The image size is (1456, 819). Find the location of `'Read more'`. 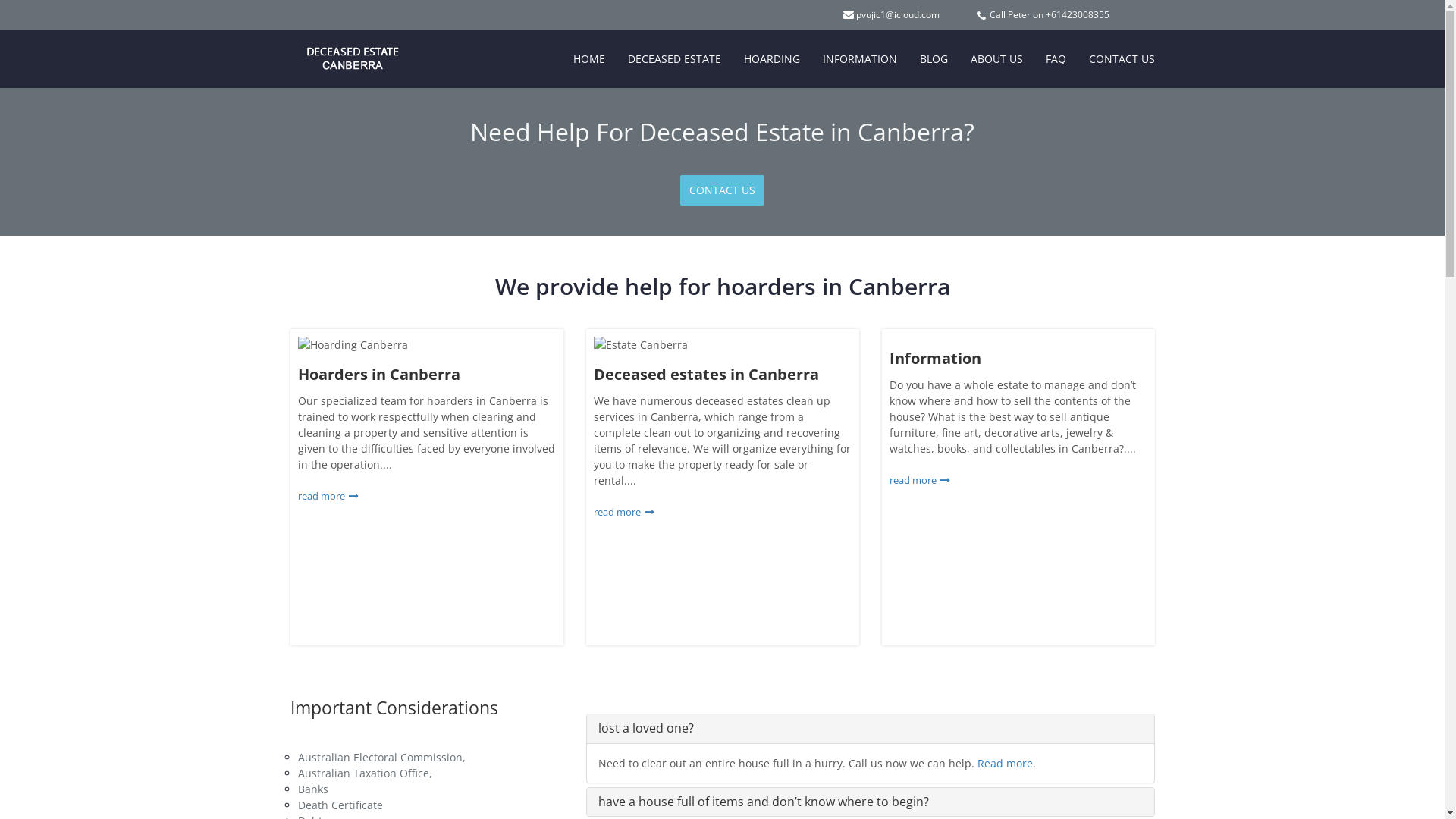

'Read more' is located at coordinates (1004, 763).